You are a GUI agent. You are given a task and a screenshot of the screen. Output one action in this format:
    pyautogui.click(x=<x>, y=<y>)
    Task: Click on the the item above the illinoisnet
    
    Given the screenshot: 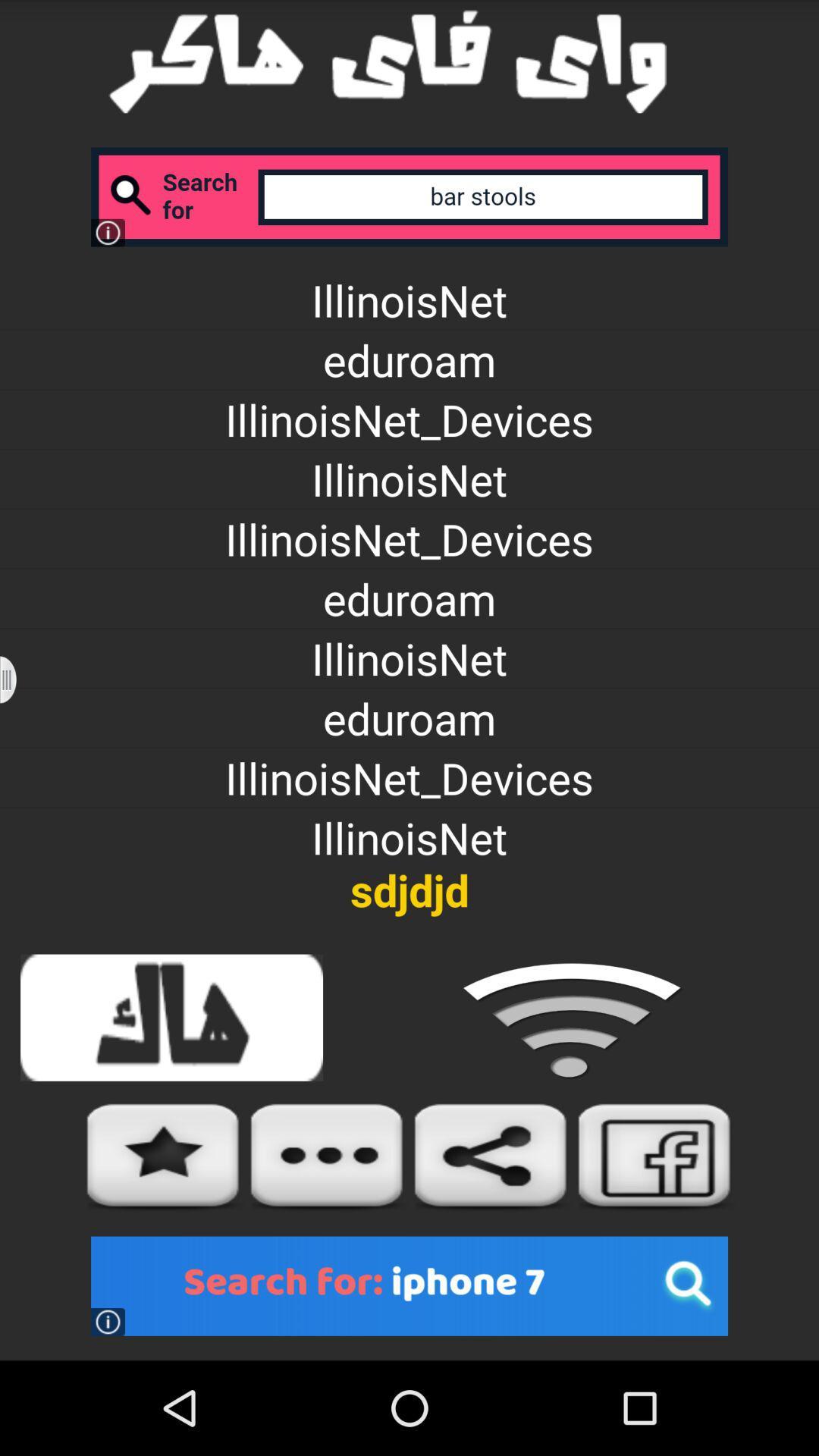 What is the action you would take?
    pyautogui.click(x=409, y=196)
    